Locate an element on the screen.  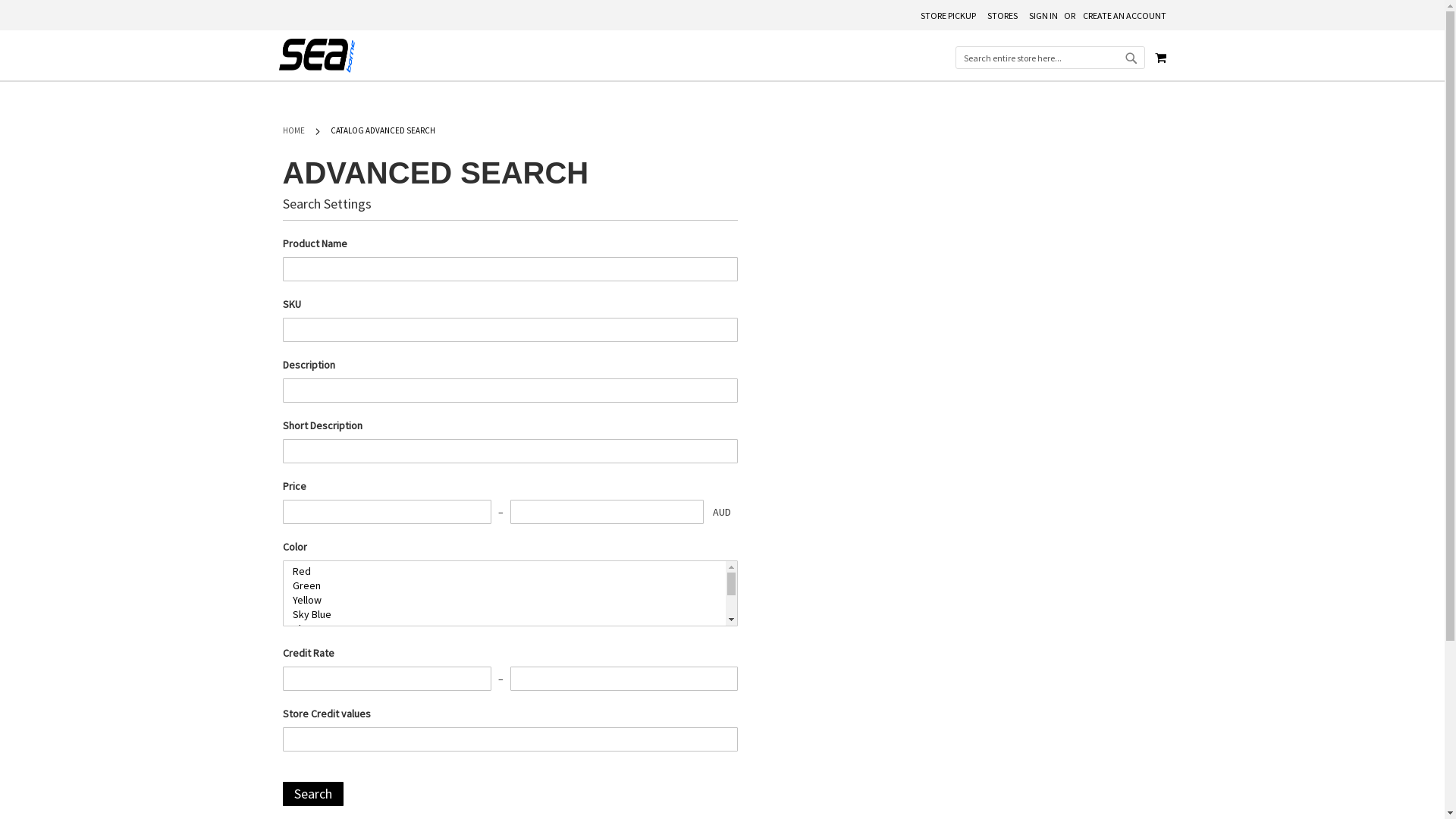
'Seaborne Clothing Custom Sports and School Uniforms' is located at coordinates (315, 55).